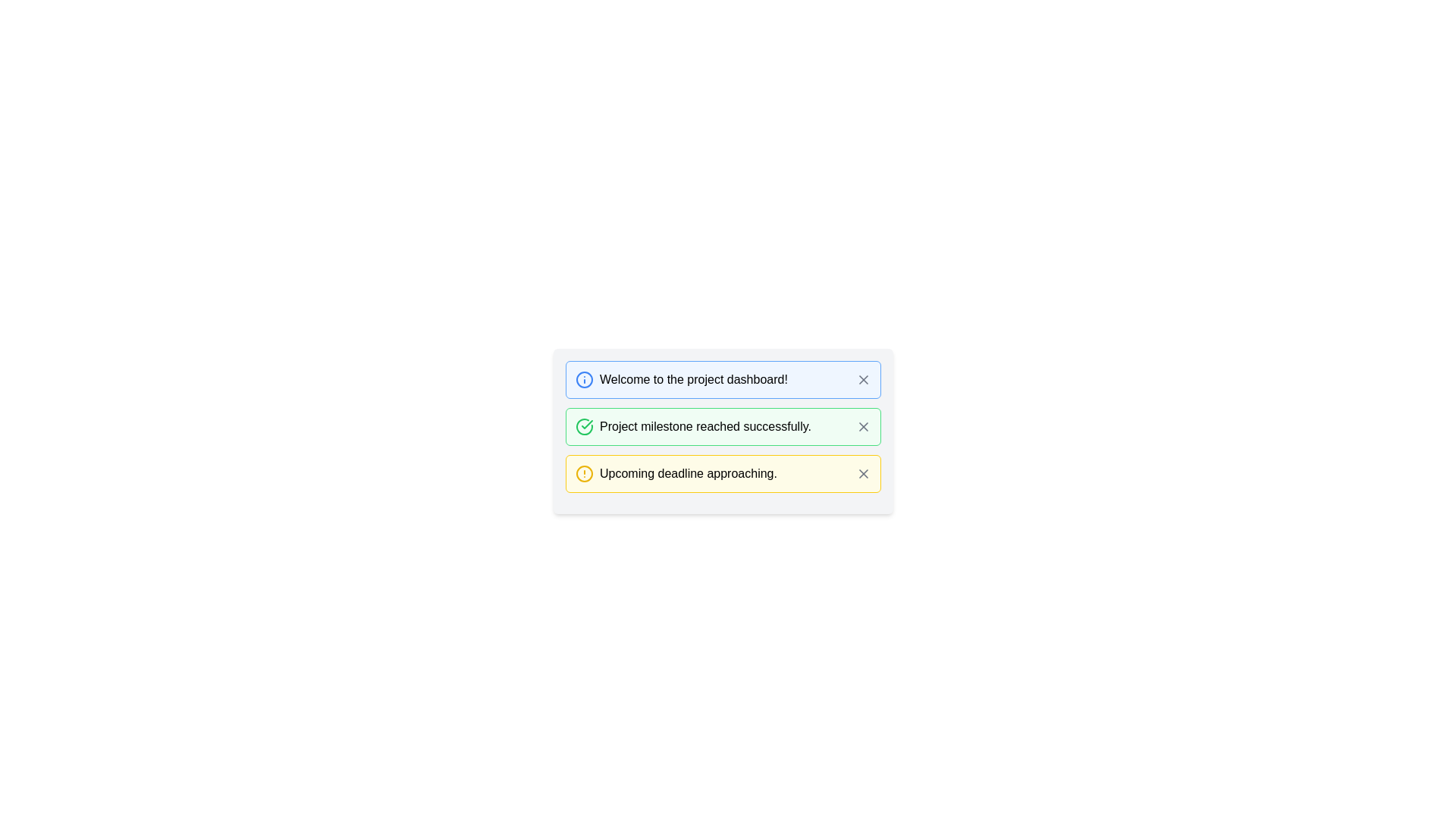  Describe the element at coordinates (584, 472) in the screenshot. I see `the warning icon that indicates an alert related to the text 'Upcoming deadline approaching', which is positioned on the left side of the text` at that location.